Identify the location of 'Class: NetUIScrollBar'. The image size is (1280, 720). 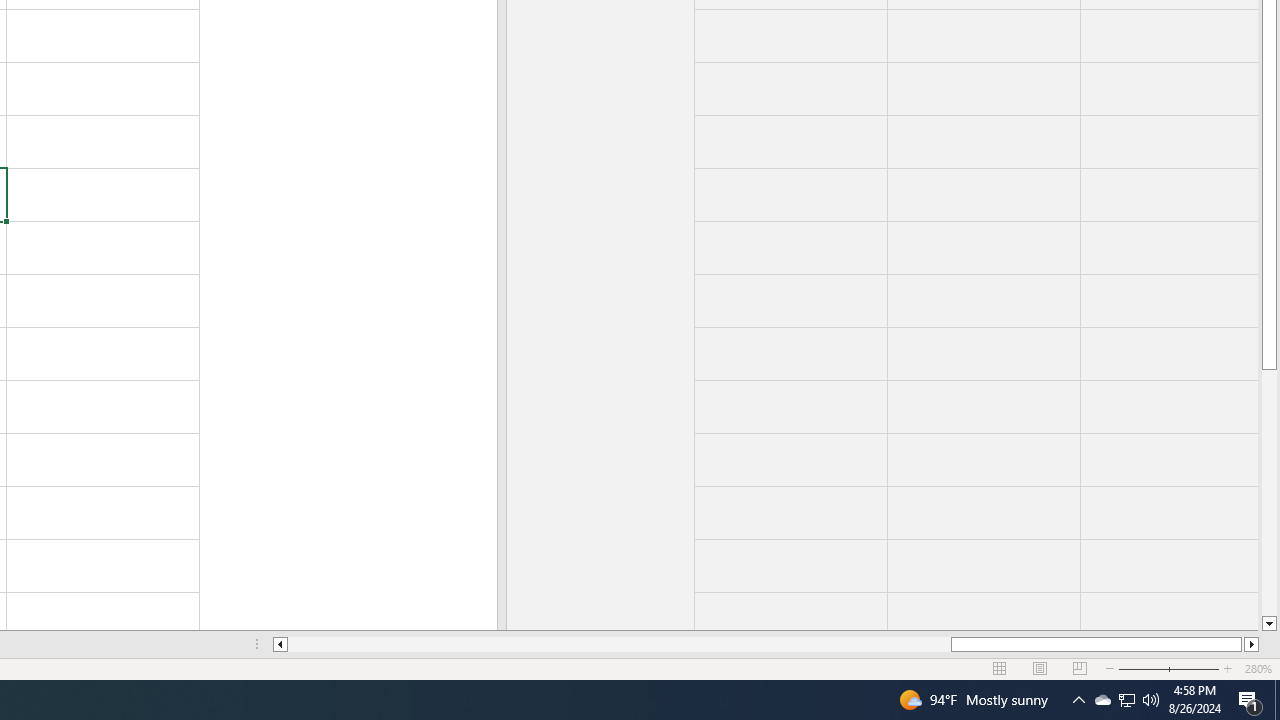
(765, 644).